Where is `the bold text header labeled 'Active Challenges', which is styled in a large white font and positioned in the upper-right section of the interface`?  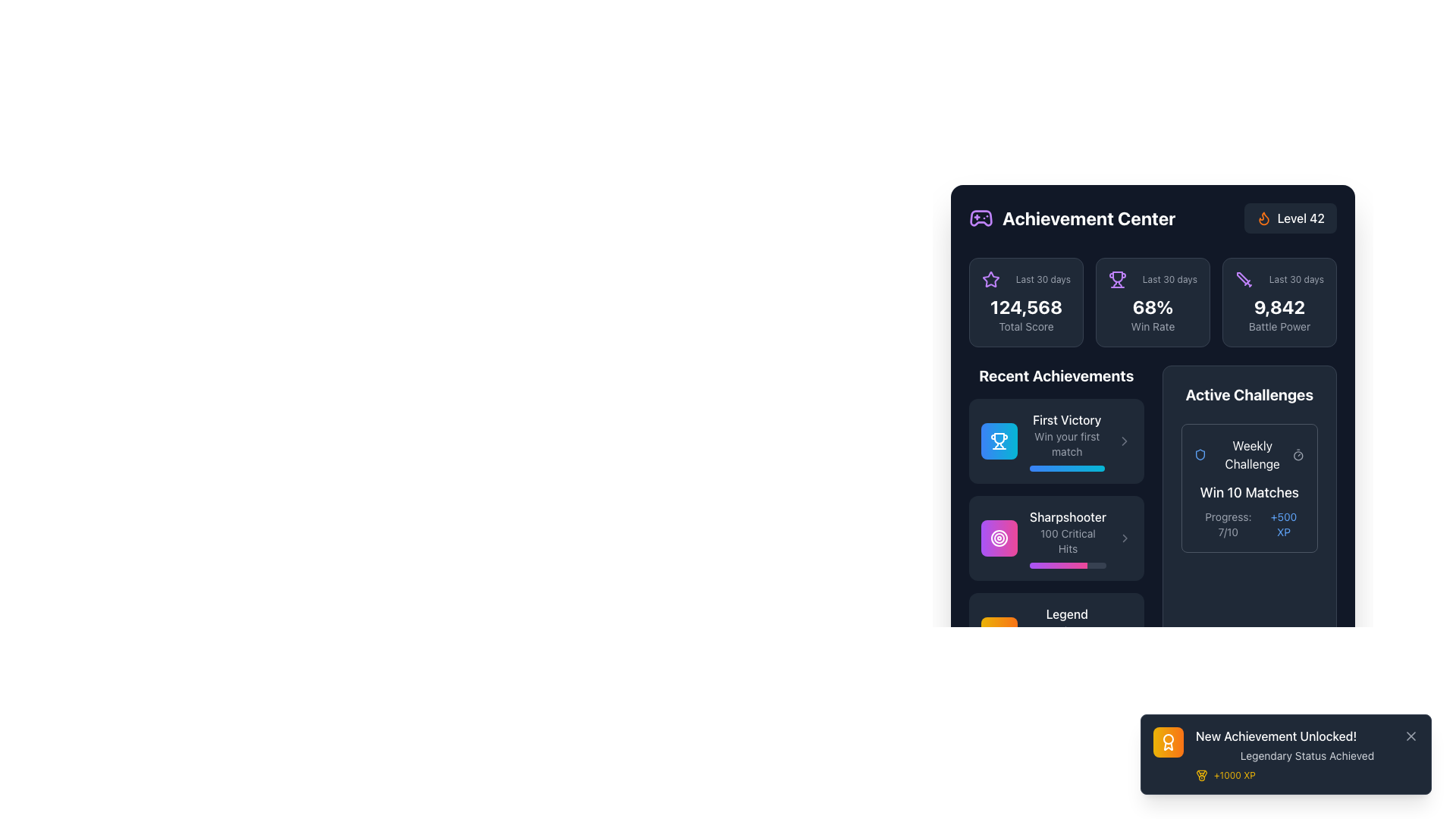
the bold text header labeled 'Active Challenges', which is styled in a large white font and positioned in the upper-right section of the interface is located at coordinates (1249, 394).